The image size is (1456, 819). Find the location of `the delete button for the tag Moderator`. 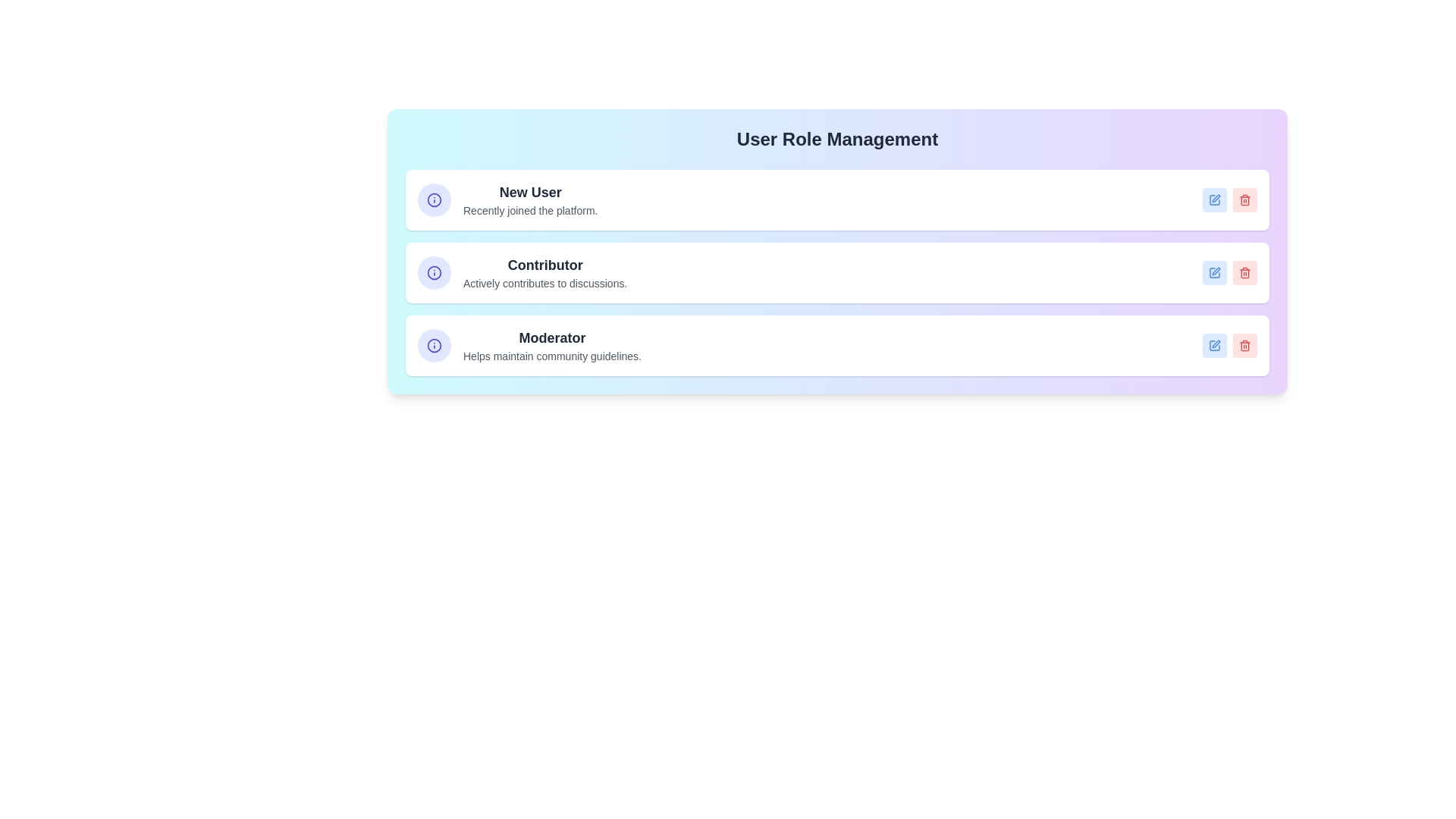

the delete button for the tag Moderator is located at coordinates (1244, 345).